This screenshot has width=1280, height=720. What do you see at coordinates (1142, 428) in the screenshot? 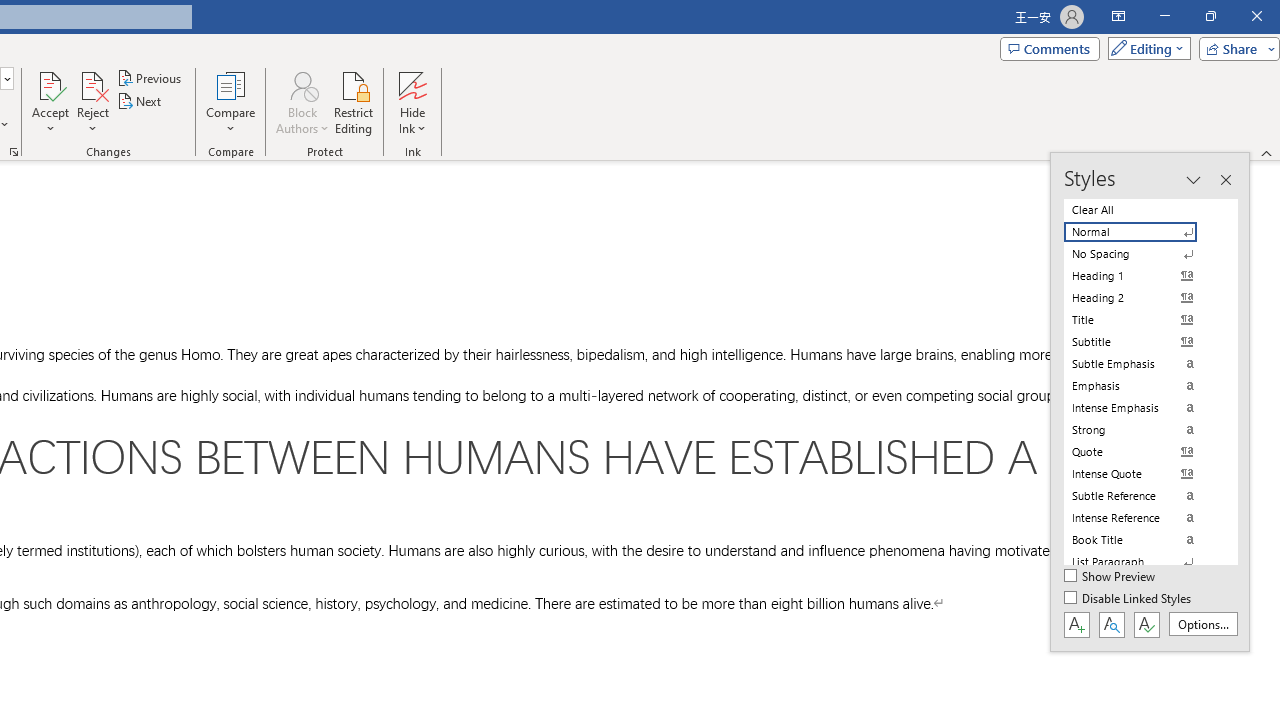
I see `'Strong'` at bounding box center [1142, 428].